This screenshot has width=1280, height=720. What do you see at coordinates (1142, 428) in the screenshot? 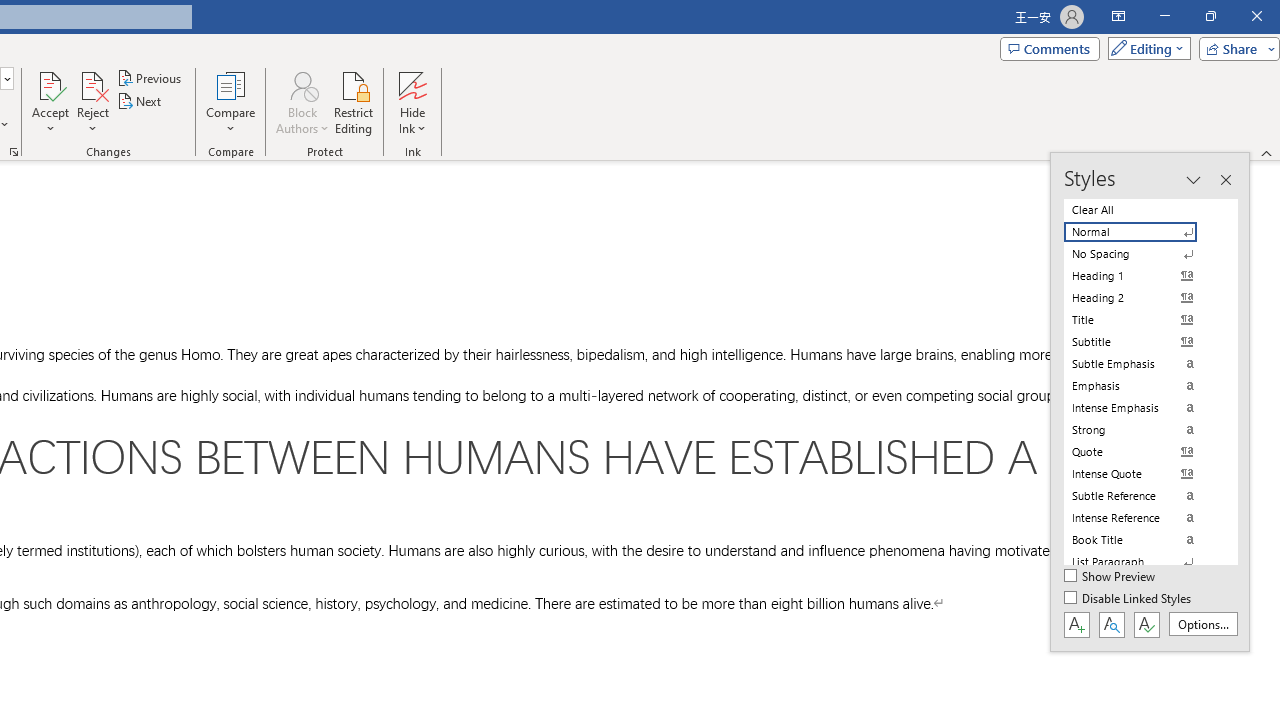
I see `'Strong'` at bounding box center [1142, 428].